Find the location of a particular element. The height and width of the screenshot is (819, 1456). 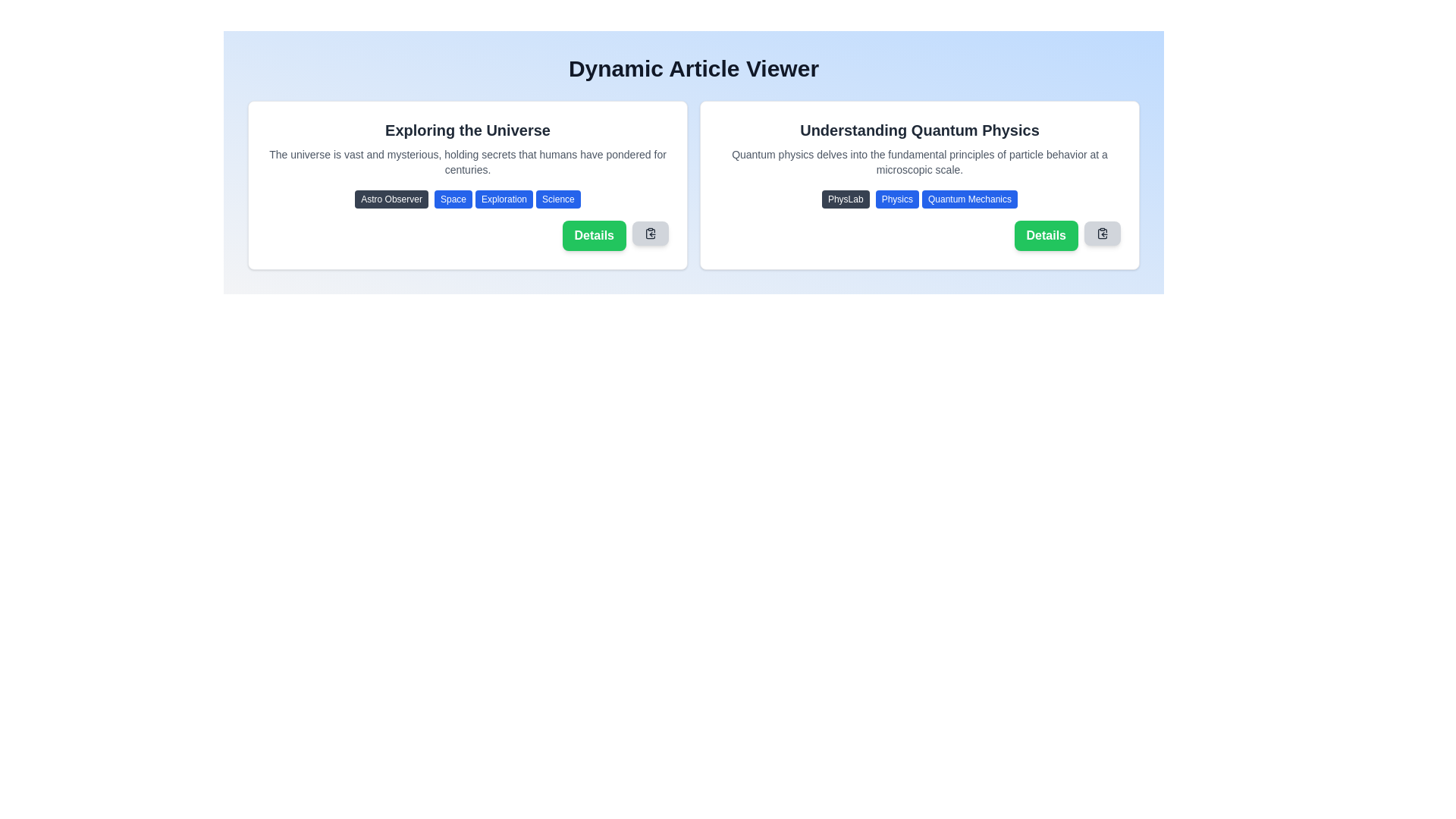

the call-to-action button located at the bottom-right corner of the card for the article titled 'Exploring the Universe' is located at coordinates (593, 236).